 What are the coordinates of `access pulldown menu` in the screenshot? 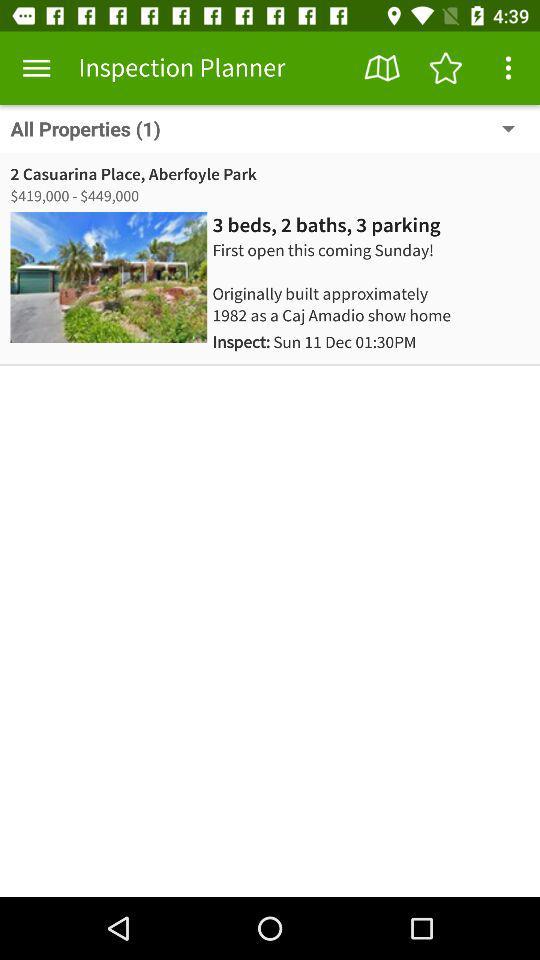 It's located at (508, 68).